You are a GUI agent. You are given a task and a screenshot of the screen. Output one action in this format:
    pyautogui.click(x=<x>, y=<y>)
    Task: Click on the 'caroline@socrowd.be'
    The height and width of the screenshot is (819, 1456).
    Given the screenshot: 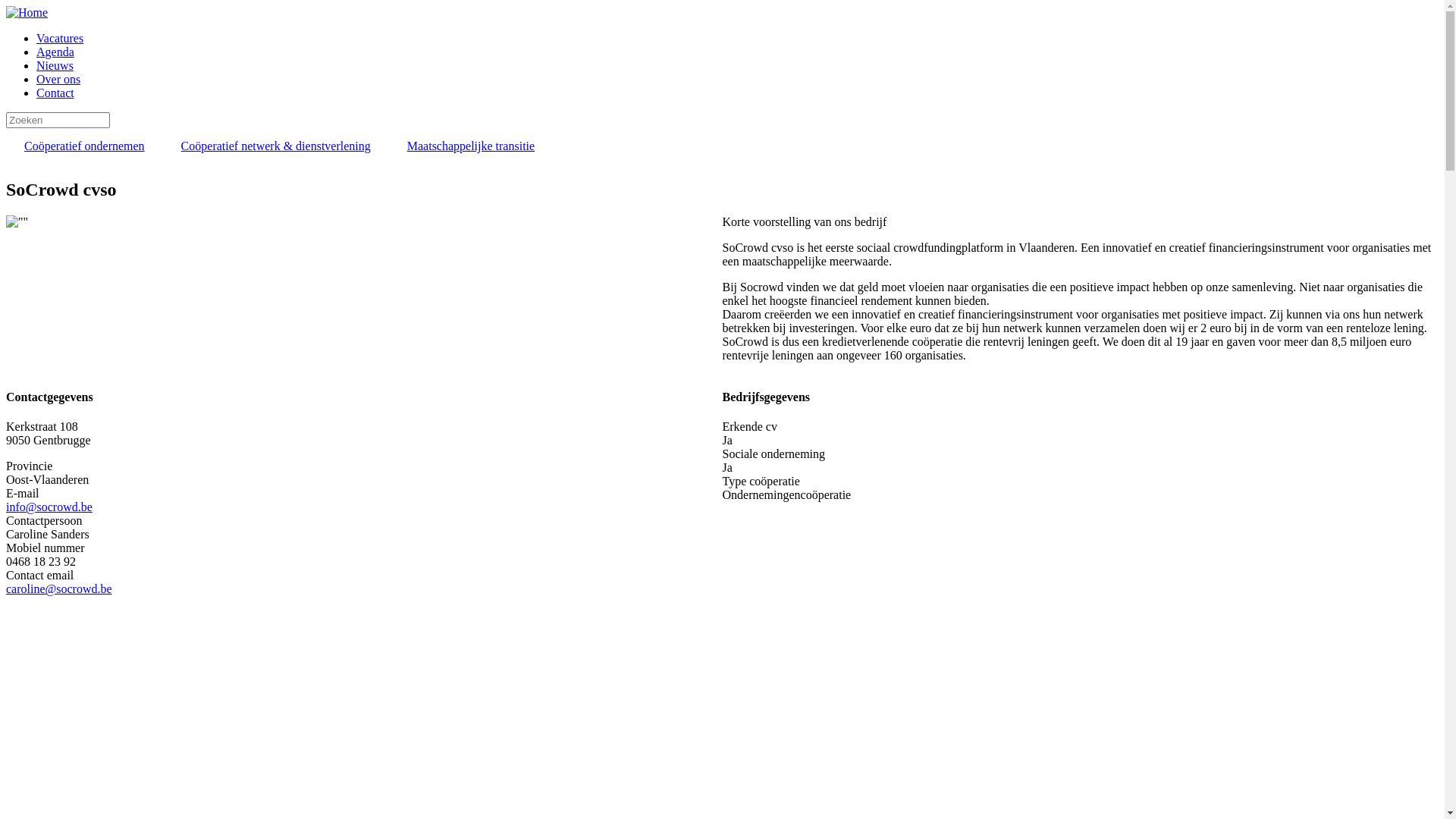 What is the action you would take?
    pyautogui.click(x=58, y=588)
    